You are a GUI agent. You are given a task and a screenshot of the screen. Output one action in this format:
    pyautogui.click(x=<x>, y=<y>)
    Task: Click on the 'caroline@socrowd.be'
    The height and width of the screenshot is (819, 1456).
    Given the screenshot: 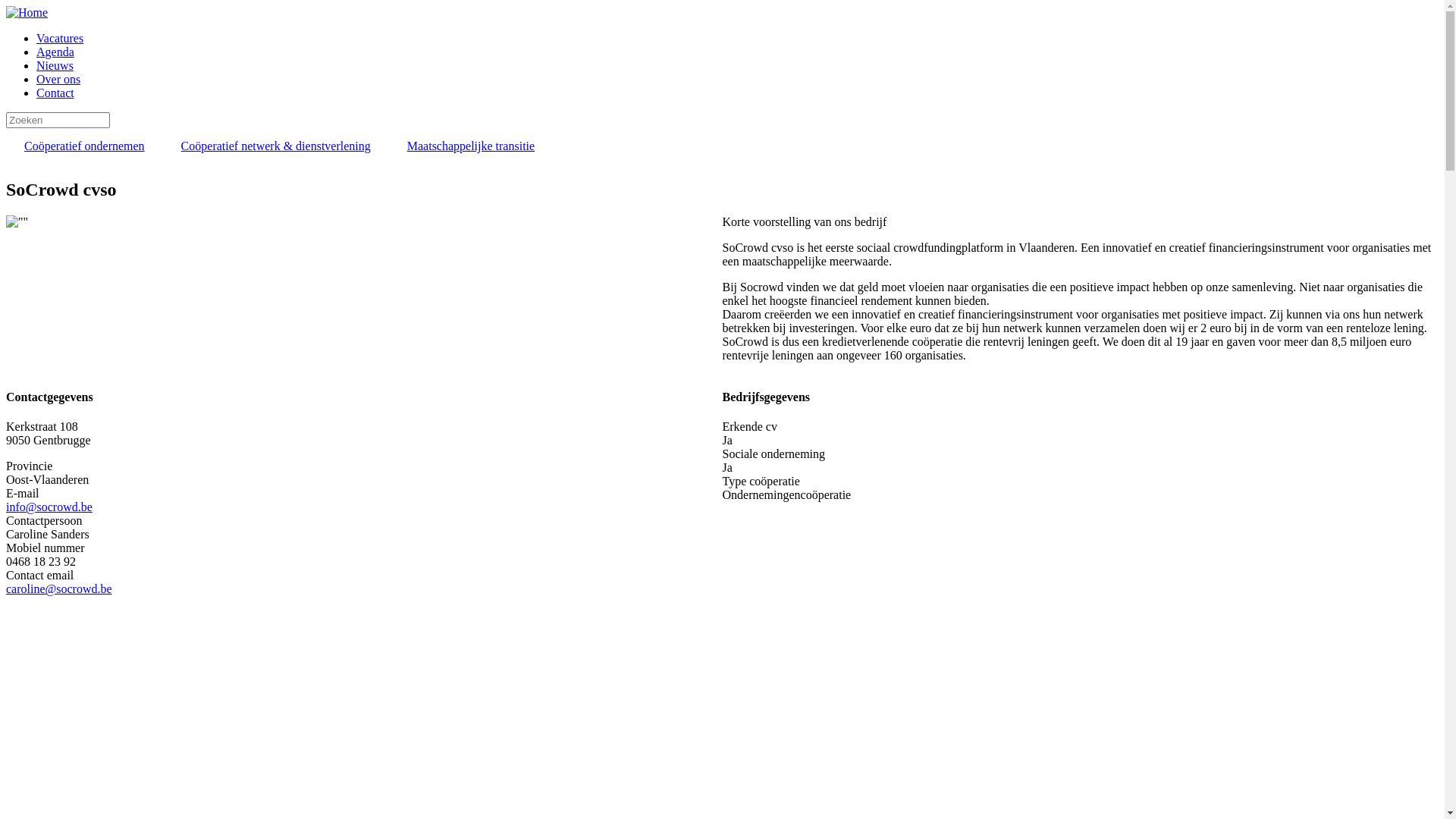 What is the action you would take?
    pyautogui.click(x=58, y=588)
    